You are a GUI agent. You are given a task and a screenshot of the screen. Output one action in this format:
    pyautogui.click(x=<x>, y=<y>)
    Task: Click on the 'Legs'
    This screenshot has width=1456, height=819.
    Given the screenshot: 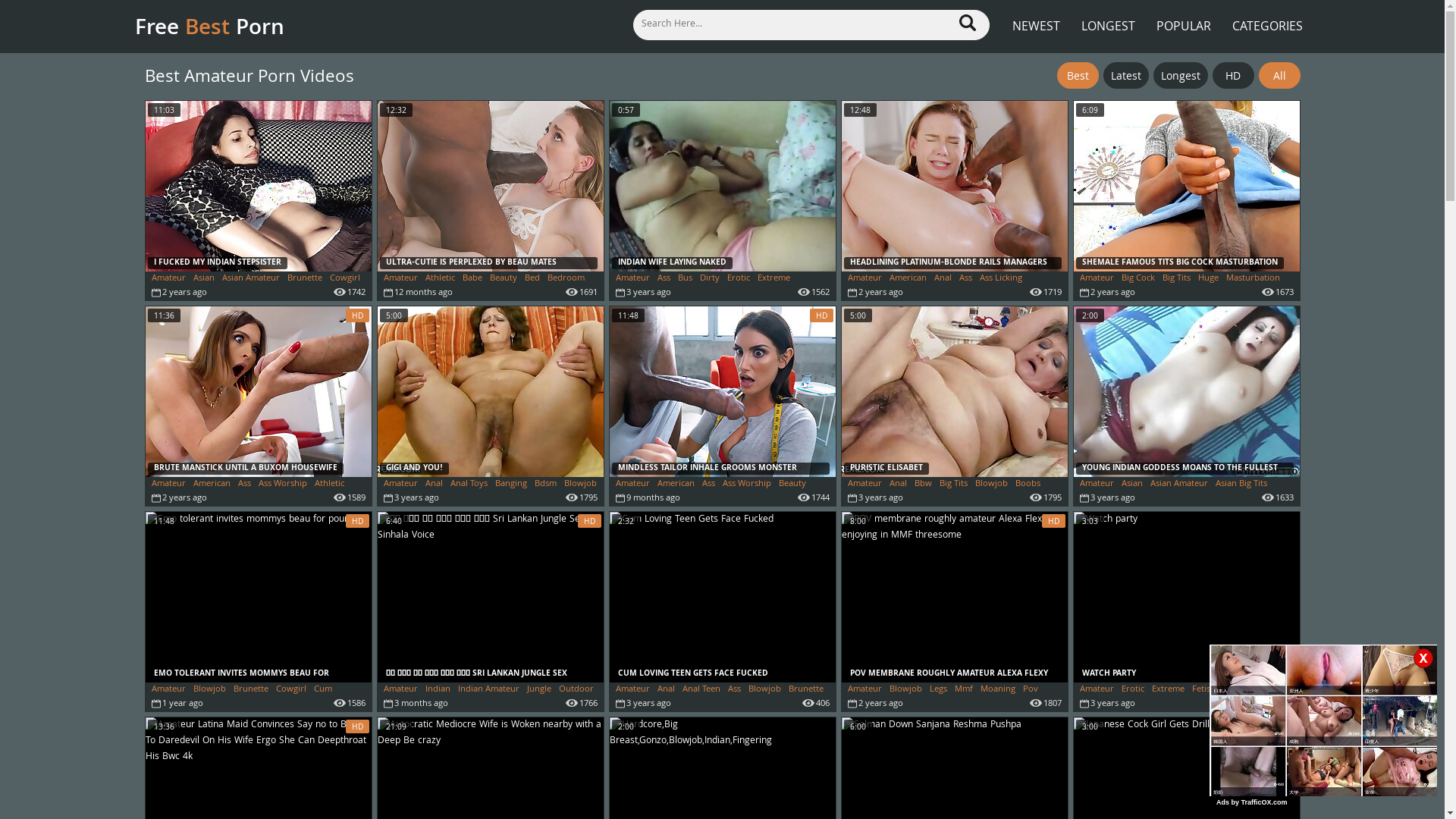 What is the action you would take?
    pyautogui.click(x=928, y=689)
    